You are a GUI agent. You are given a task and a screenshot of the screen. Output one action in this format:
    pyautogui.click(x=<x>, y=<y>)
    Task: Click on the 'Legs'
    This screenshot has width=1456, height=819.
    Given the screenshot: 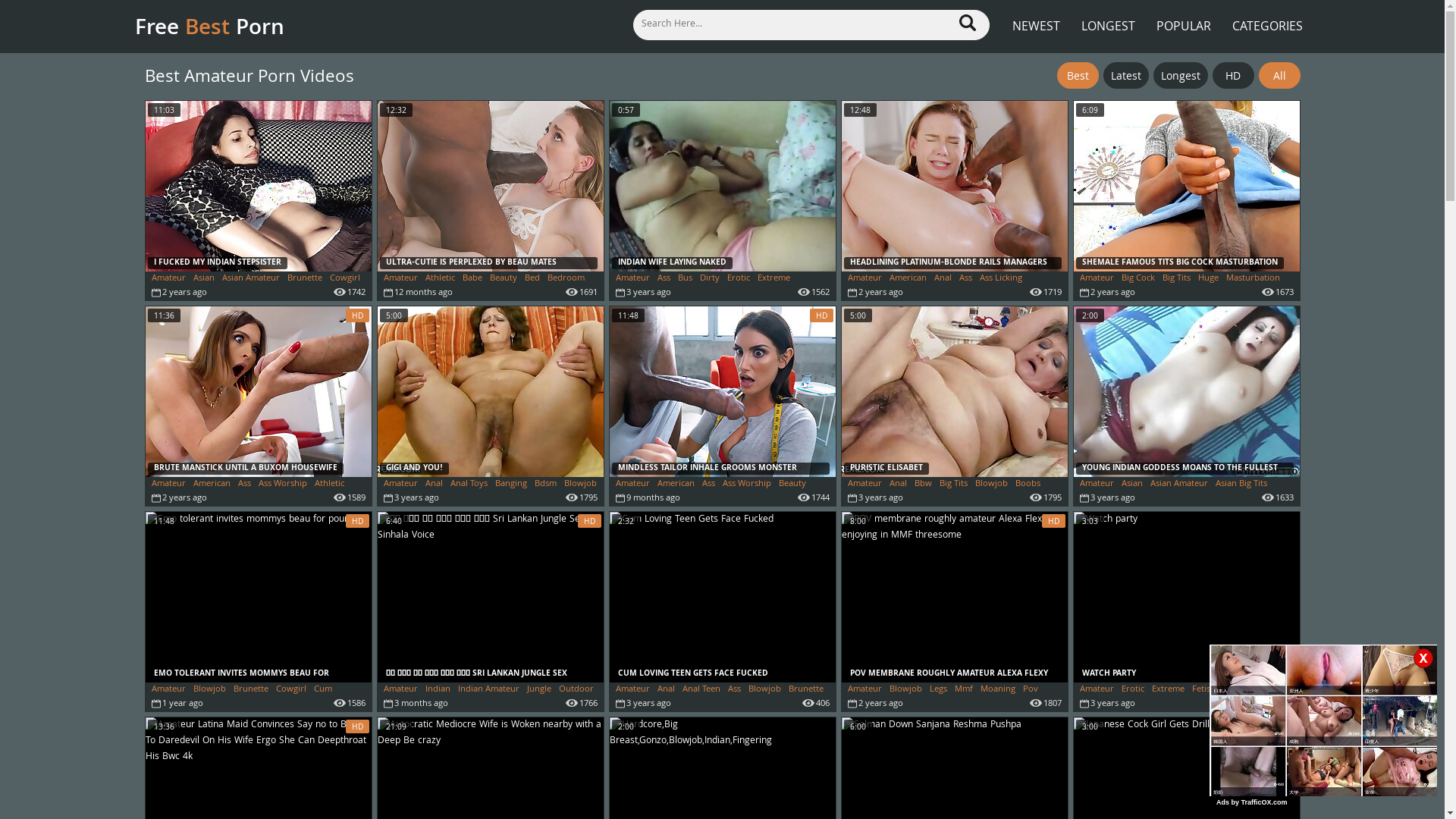 What is the action you would take?
    pyautogui.click(x=928, y=689)
    